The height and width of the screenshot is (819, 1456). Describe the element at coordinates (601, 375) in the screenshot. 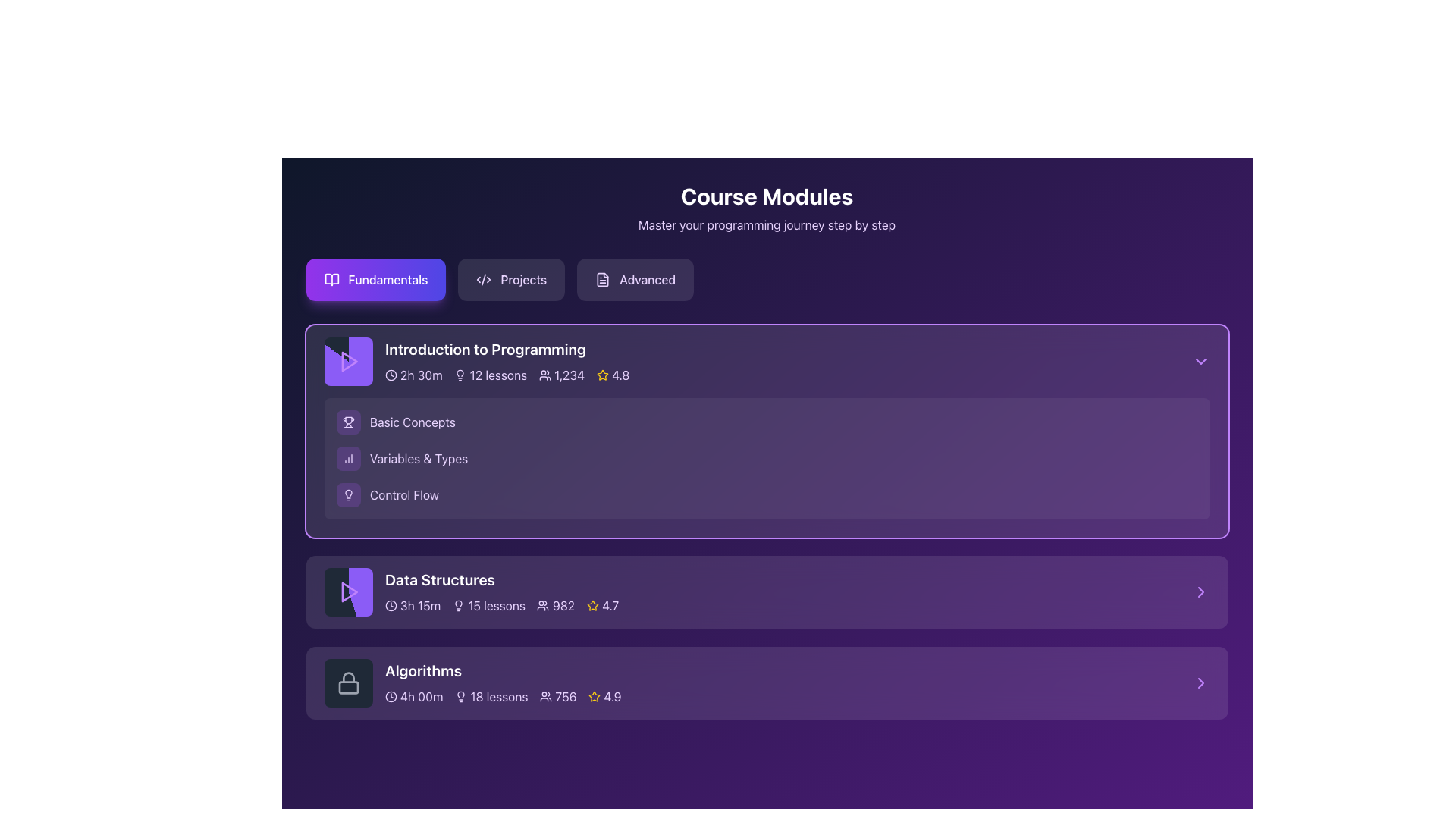

I see `the star icon representing the rating system for the 'Introduction to Programming' module, which is positioned next to the numeric rating '4.8' at the top of the course card` at that location.